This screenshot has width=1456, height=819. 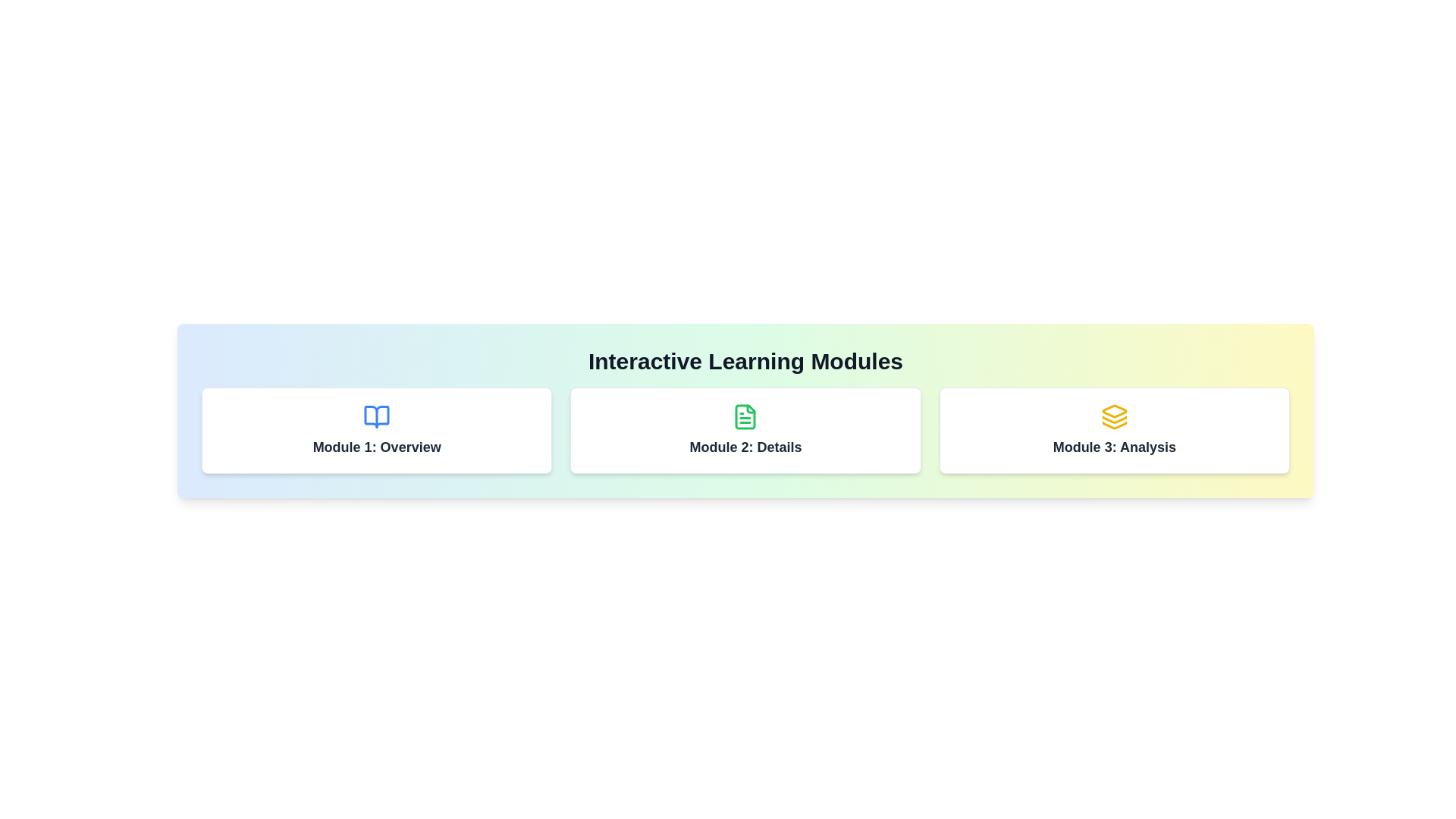 I want to click on the open book icon with a blue outline located in the 'Module 1: Overview' card, centered above the title text, so click(x=377, y=417).